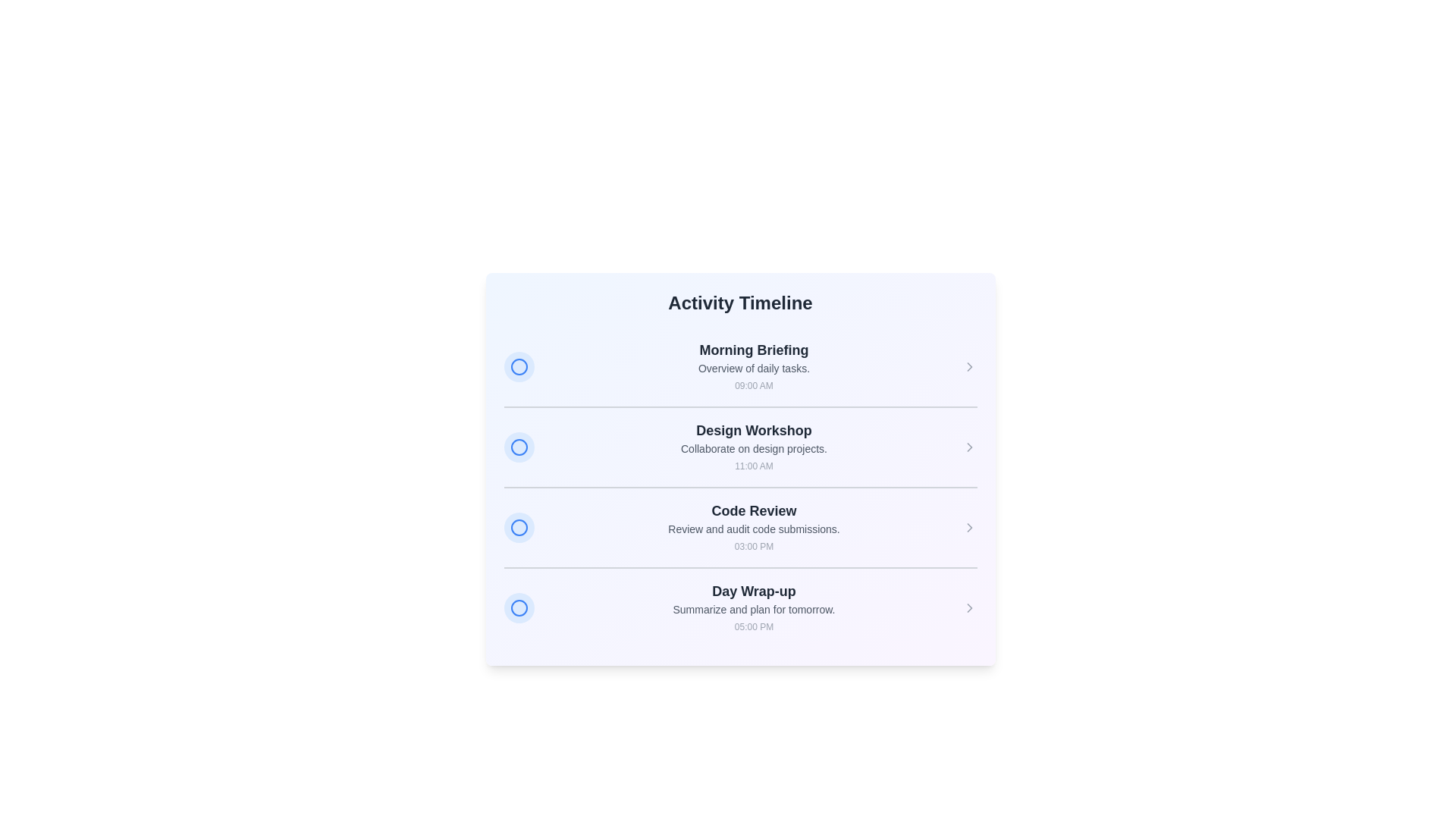  What do you see at coordinates (968, 366) in the screenshot?
I see `the icon at the end of the 'Morning Briefing' row in the 'Activity Timeline' section` at bounding box center [968, 366].